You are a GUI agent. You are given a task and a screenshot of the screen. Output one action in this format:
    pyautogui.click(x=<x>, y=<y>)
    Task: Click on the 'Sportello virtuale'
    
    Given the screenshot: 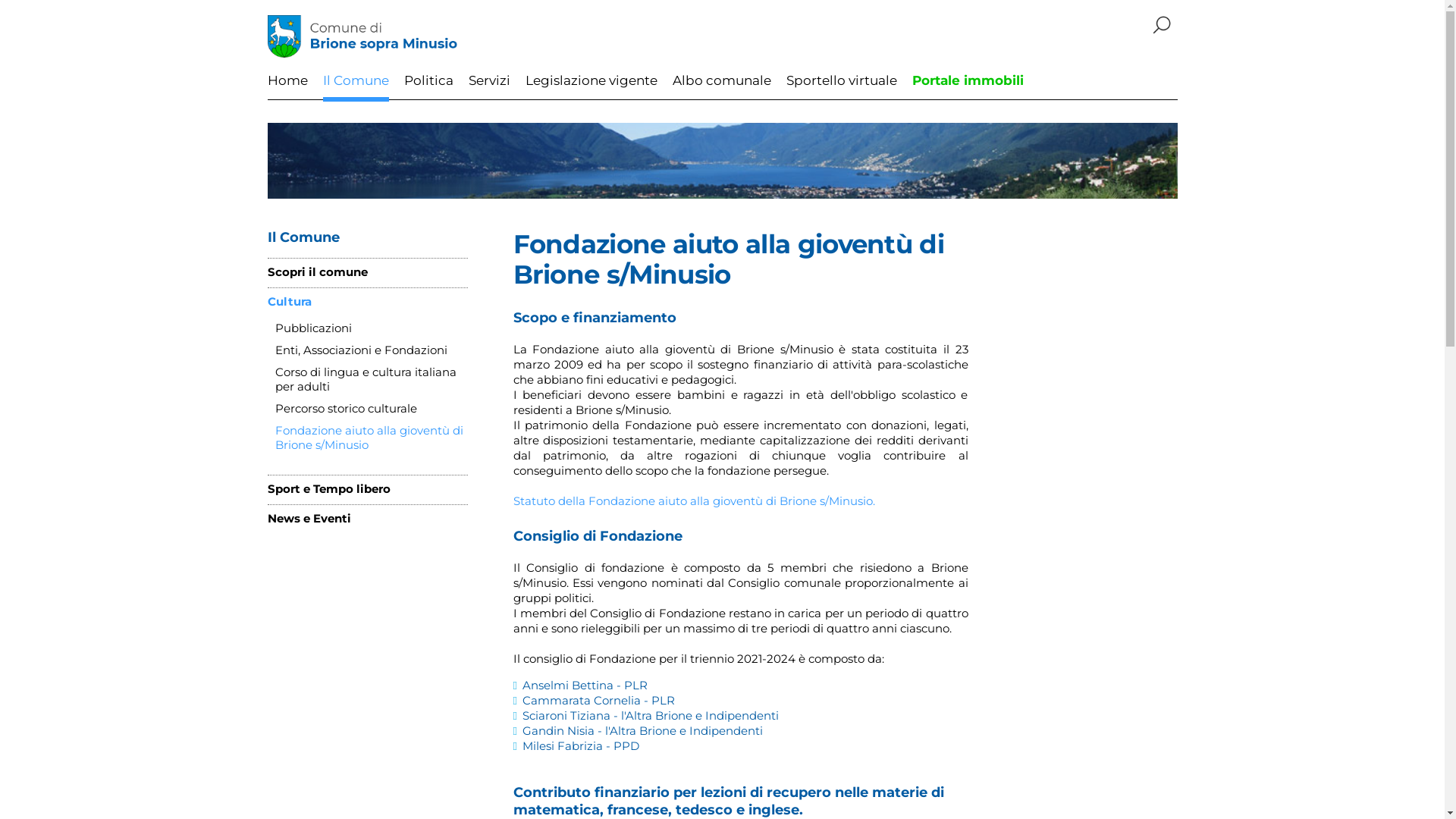 What is the action you would take?
    pyautogui.click(x=839, y=87)
    